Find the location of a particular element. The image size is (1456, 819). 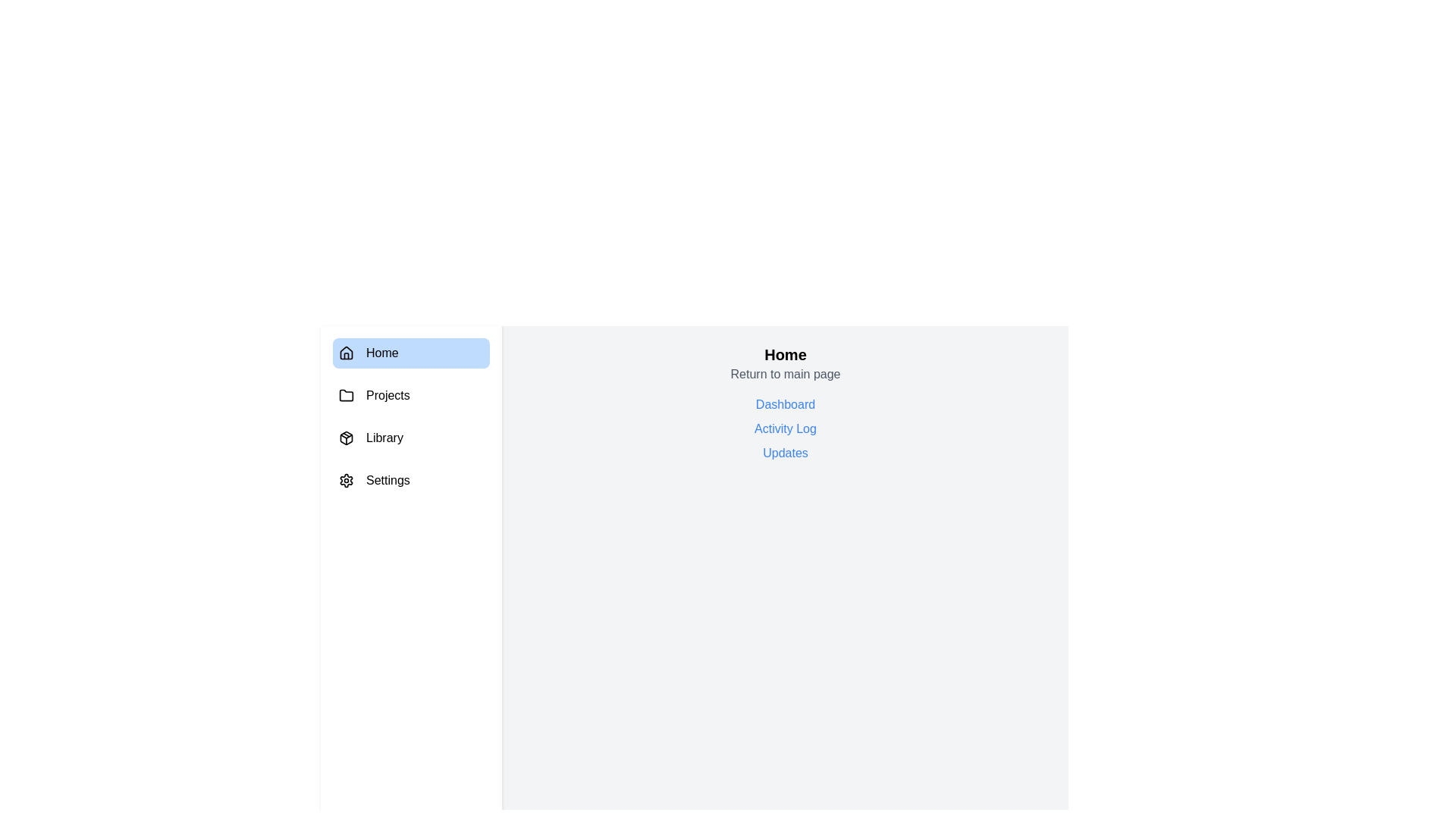

the 'Settings' text label in the vertical navigation menu, which is the fourth item and located to the right of the gear-shaped icon and below the 'Library' menu item is located at coordinates (388, 480).